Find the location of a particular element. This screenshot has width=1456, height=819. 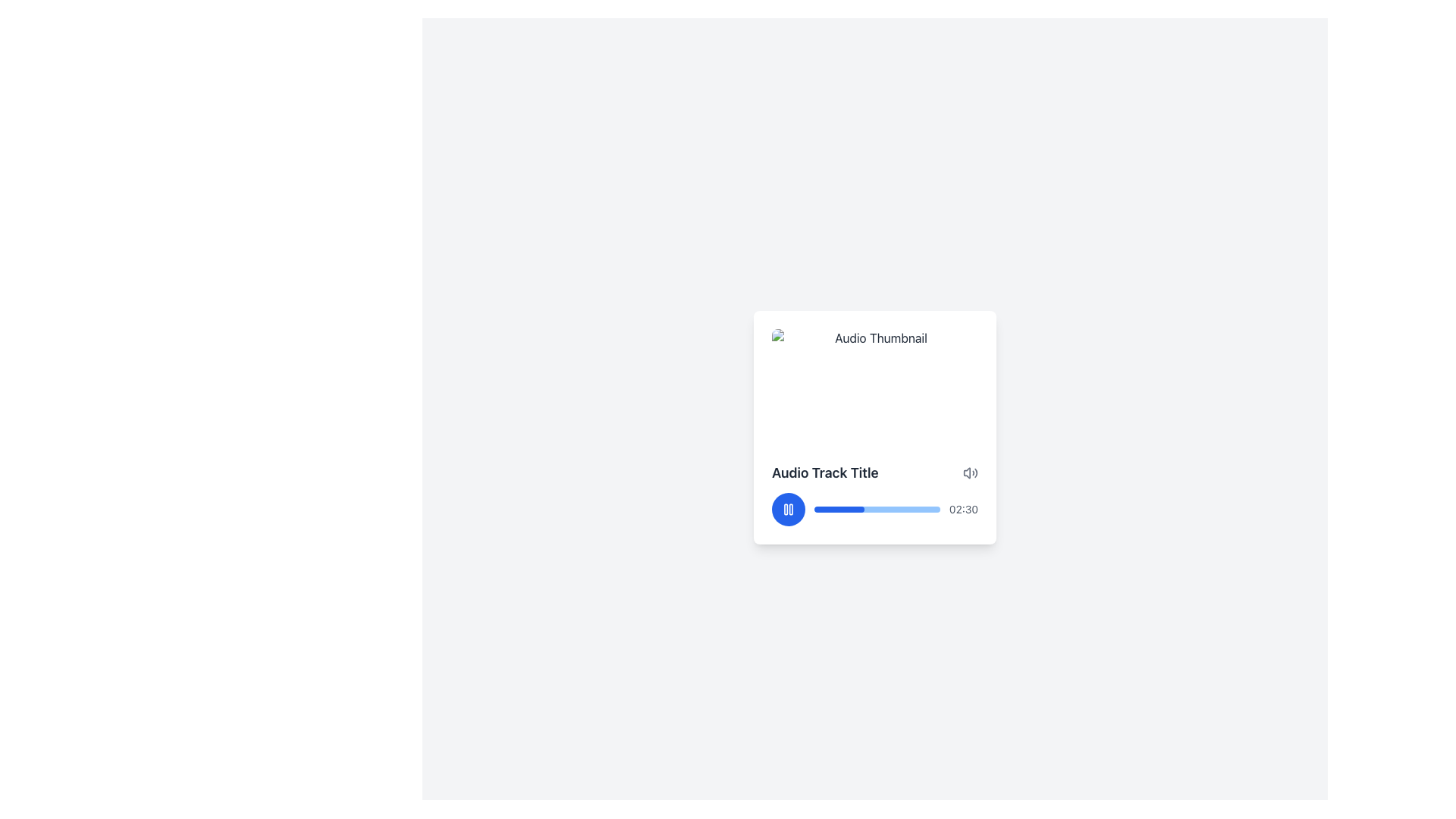

the Text Label that indicates audio track duration or playback time, located at the far-right end below the audio track title, adjacent to the progress bar is located at coordinates (962, 509).